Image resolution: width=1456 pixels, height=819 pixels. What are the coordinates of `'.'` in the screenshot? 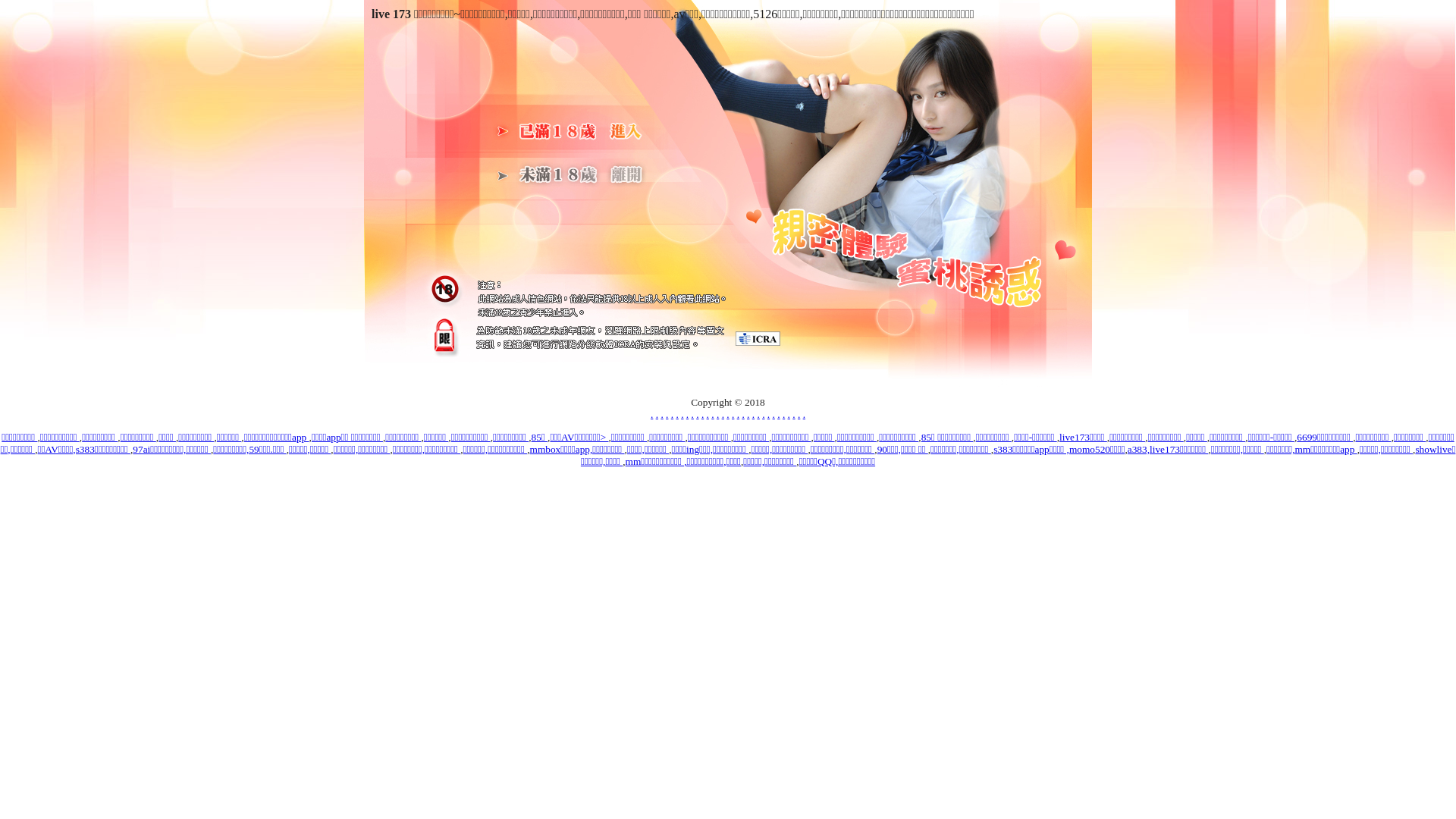 It's located at (768, 414).